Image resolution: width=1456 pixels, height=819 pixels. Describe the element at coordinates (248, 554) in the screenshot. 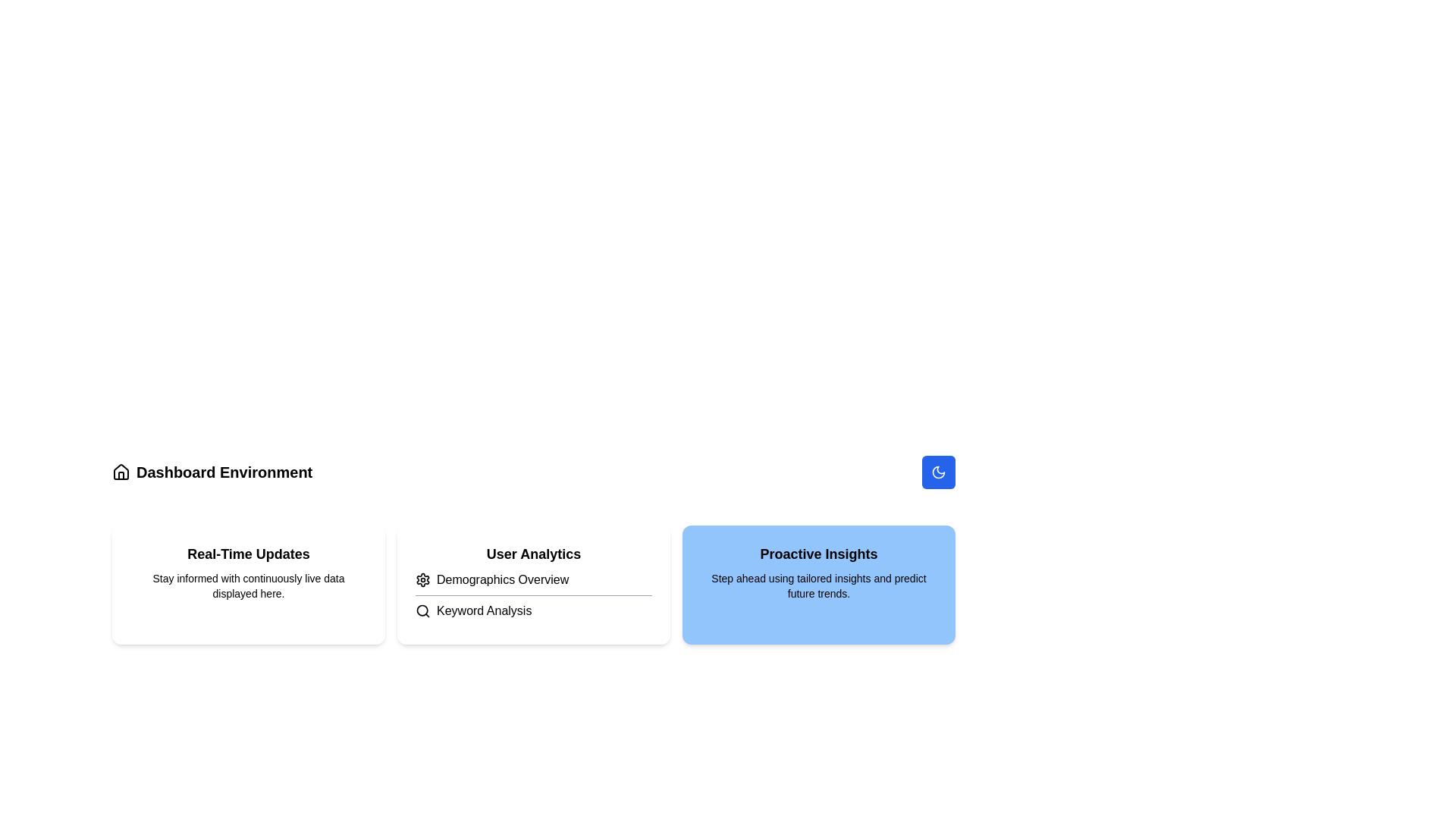

I see `the bold label reading 'Real-Time Updates' located at the top of a card-like component` at that location.